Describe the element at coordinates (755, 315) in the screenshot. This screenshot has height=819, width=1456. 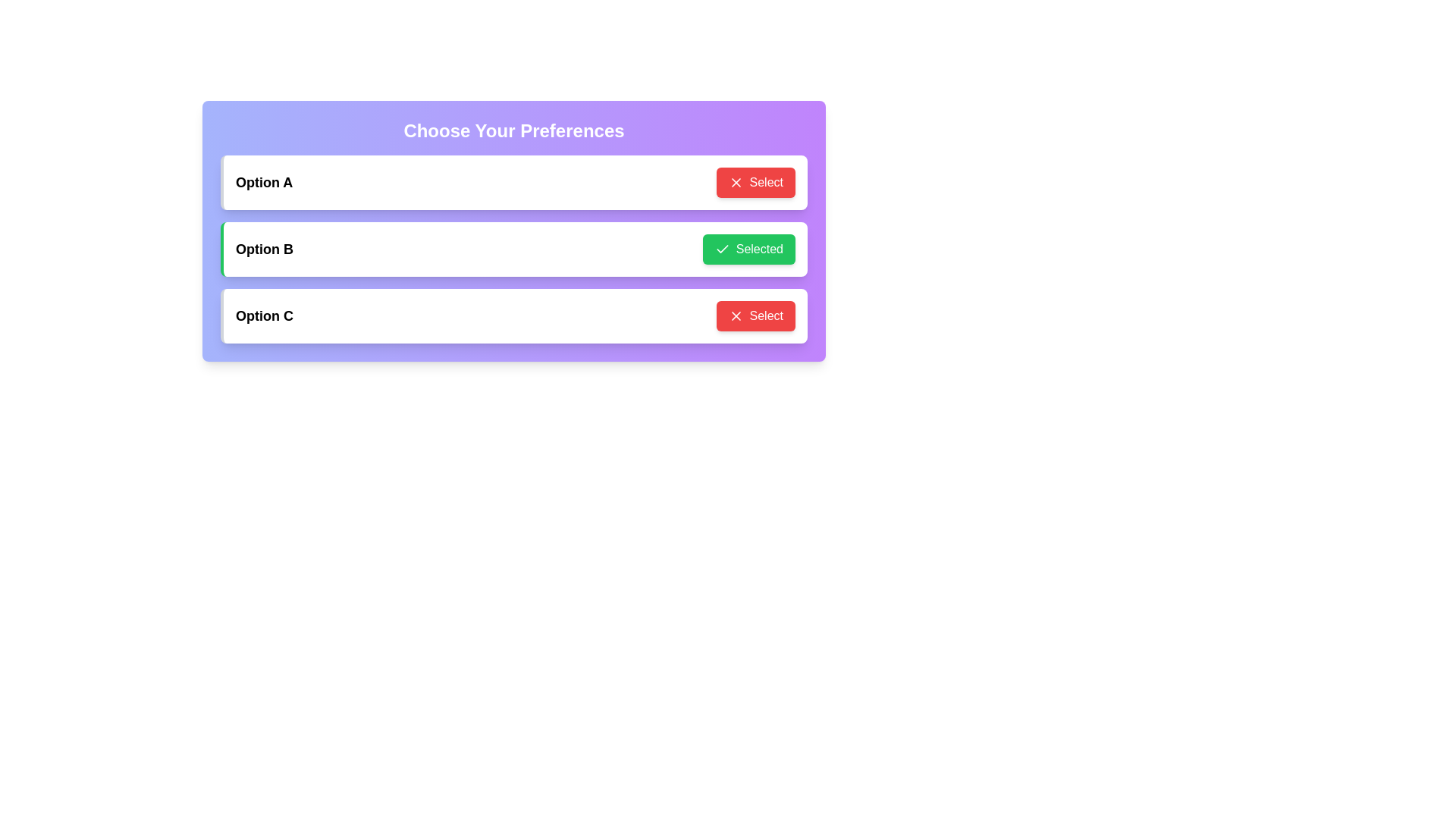
I see `the 'Select' button associated with Option C to toggle its selection state` at that location.